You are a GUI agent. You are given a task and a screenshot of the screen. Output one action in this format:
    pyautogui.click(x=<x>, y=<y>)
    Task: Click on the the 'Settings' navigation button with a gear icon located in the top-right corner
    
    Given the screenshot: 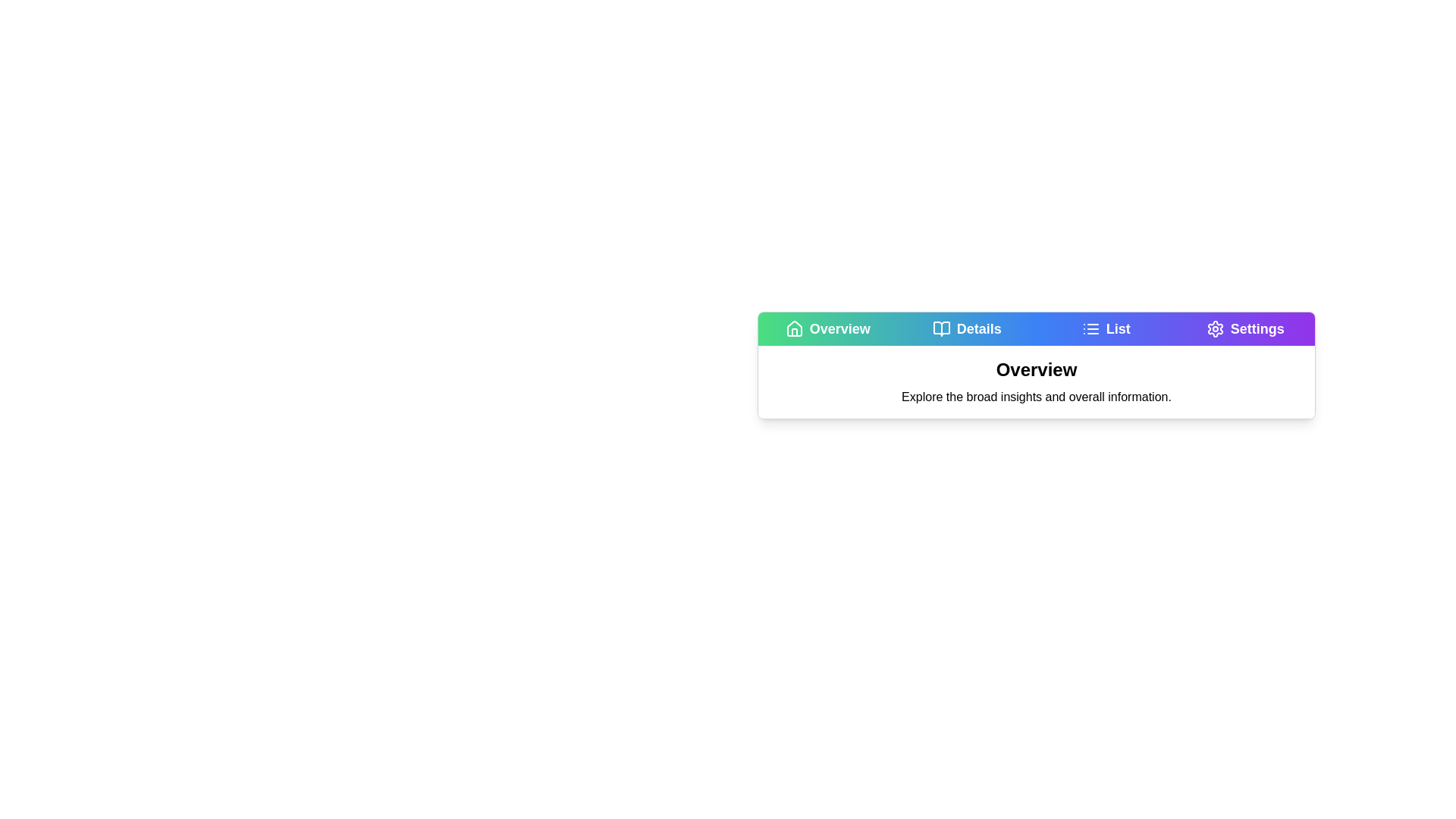 What is the action you would take?
    pyautogui.click(x=1245, y=328)
    